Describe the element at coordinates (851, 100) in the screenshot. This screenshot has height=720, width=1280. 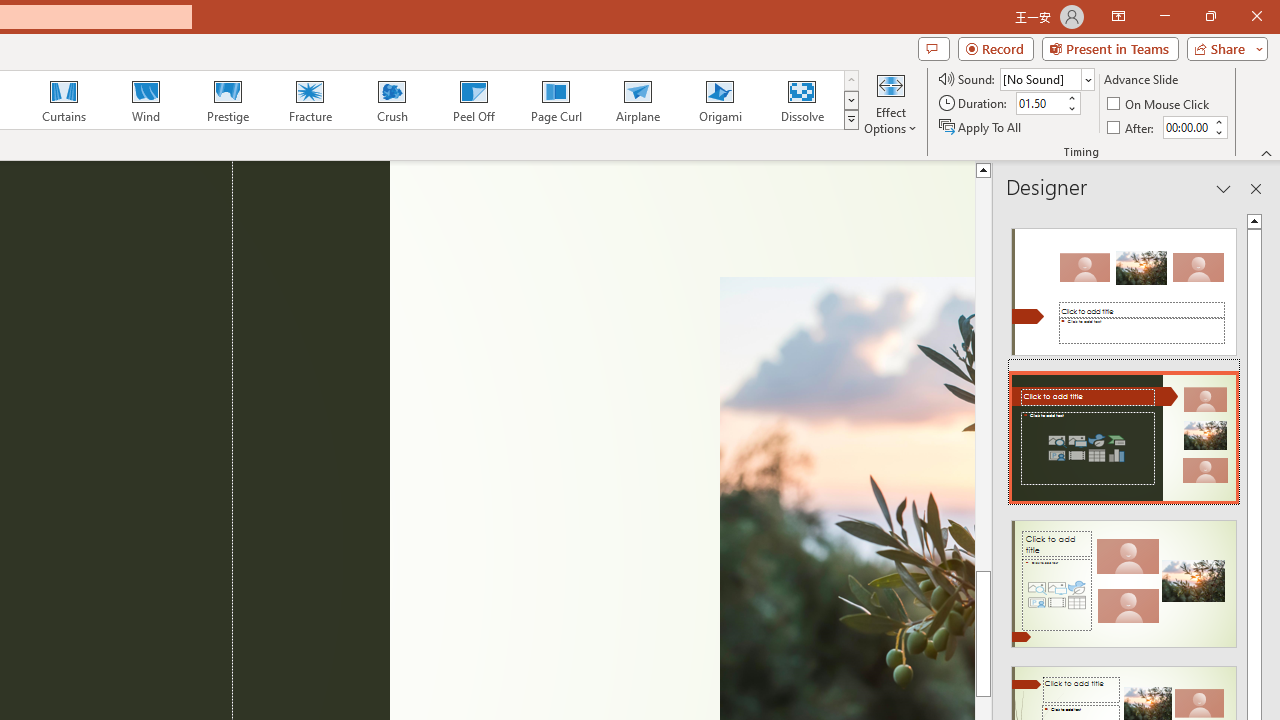
I see `'Row Down'` at that location.